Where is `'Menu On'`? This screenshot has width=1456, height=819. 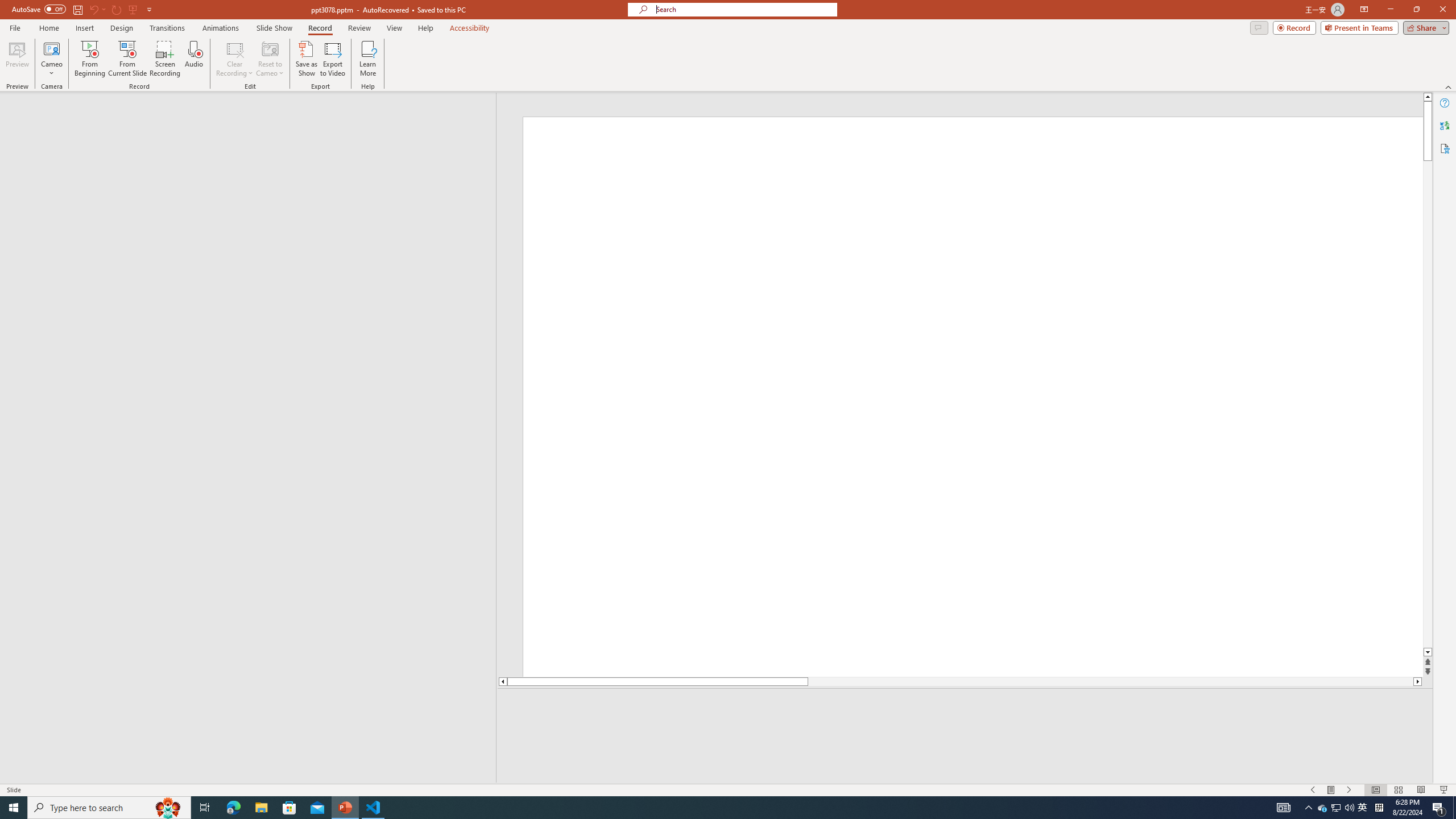
'Menu On' is located at coordinates (1331, 790).